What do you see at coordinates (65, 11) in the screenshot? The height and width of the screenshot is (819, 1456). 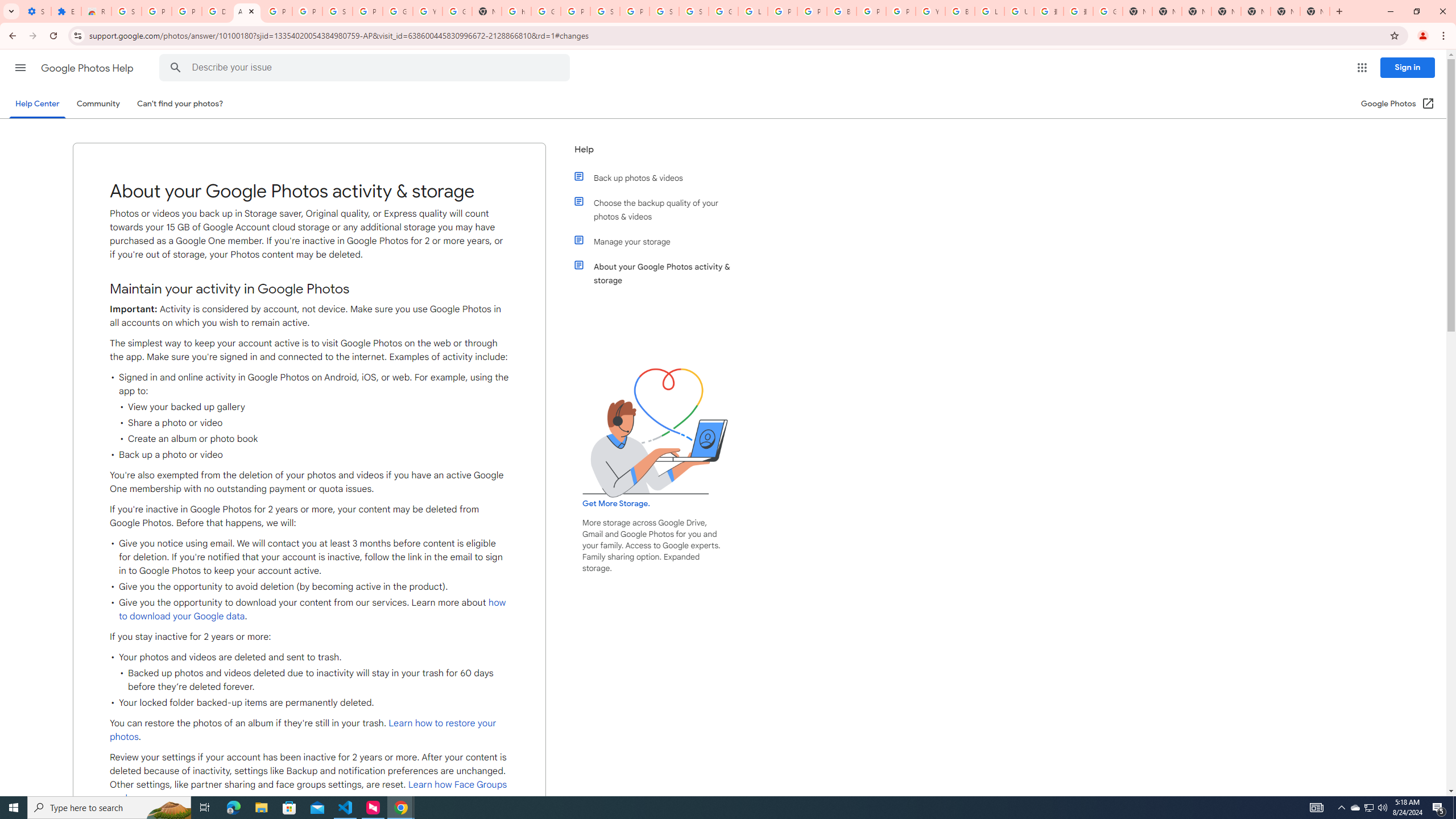 I see `'Extensions'` at bounding box center [65, 11].